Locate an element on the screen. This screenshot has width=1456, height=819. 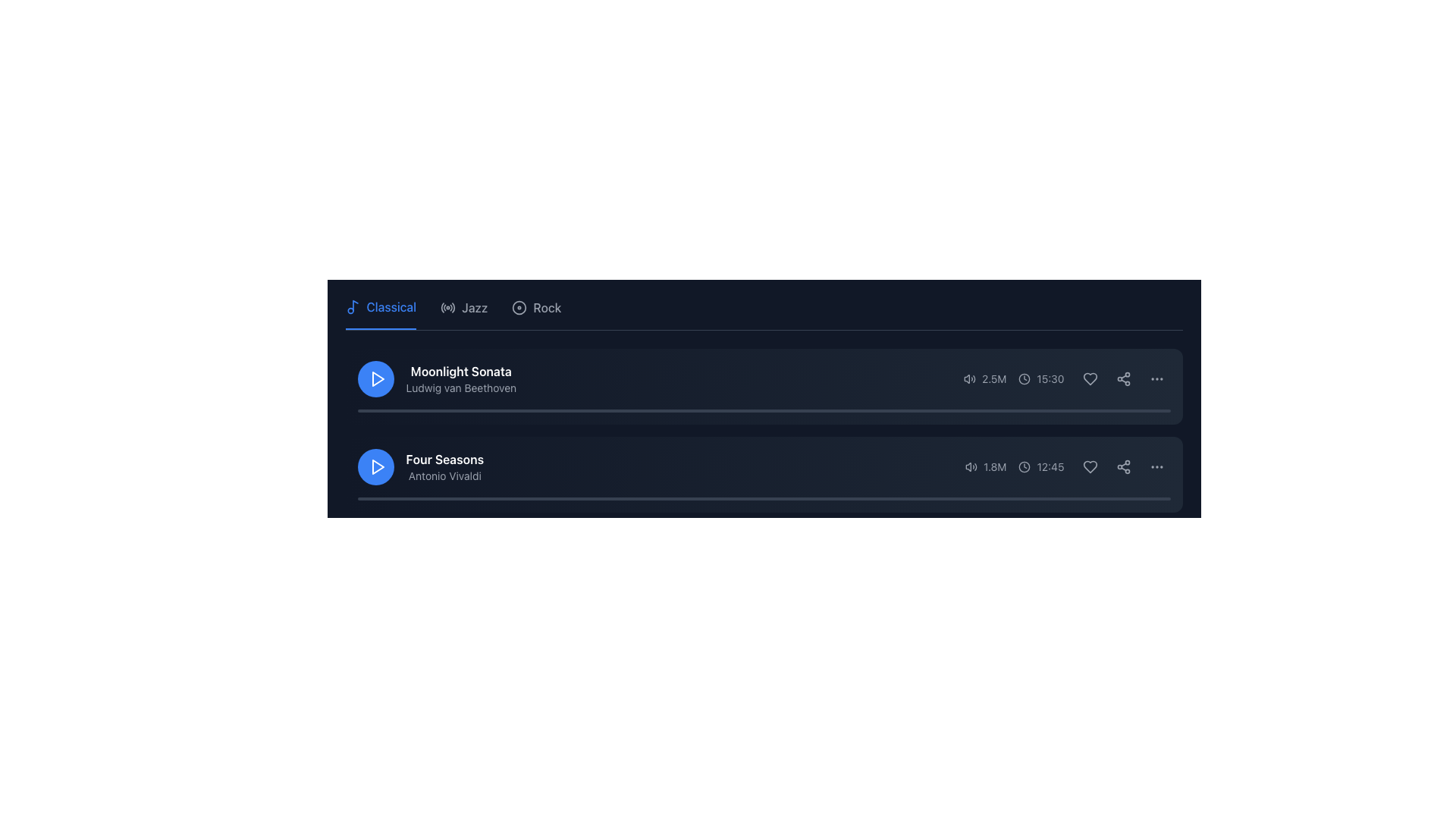
the Information display module that shows metadata about a music track, including the number of listens and duration, located in the lower-right corner of the track's list item is located at coordinates (1067, 466).